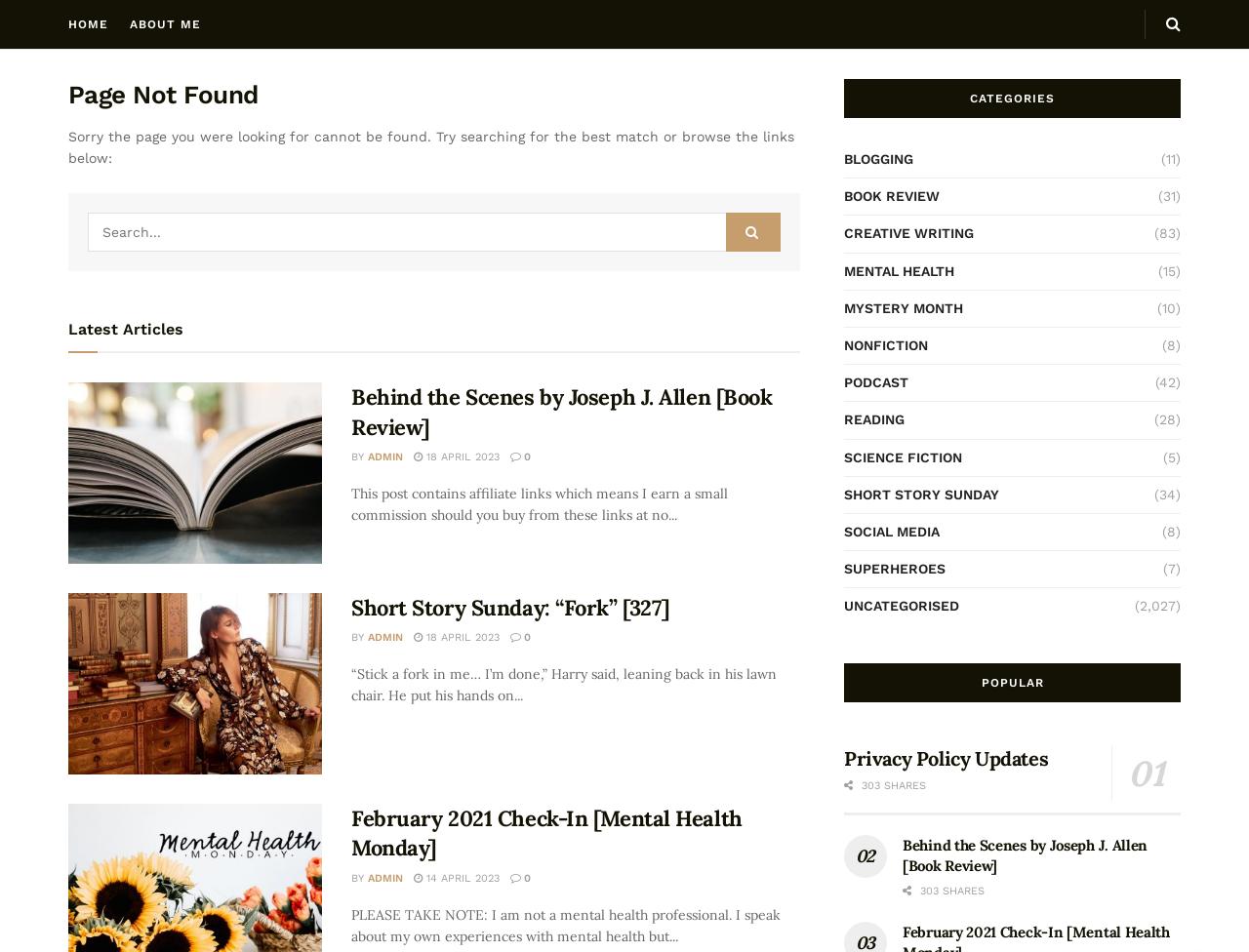 The width and height of the screenshot is (1249, 952). Describe the element at coordinates (907, 232) in the screenshot. I see `'Creative Writing'` at that location.